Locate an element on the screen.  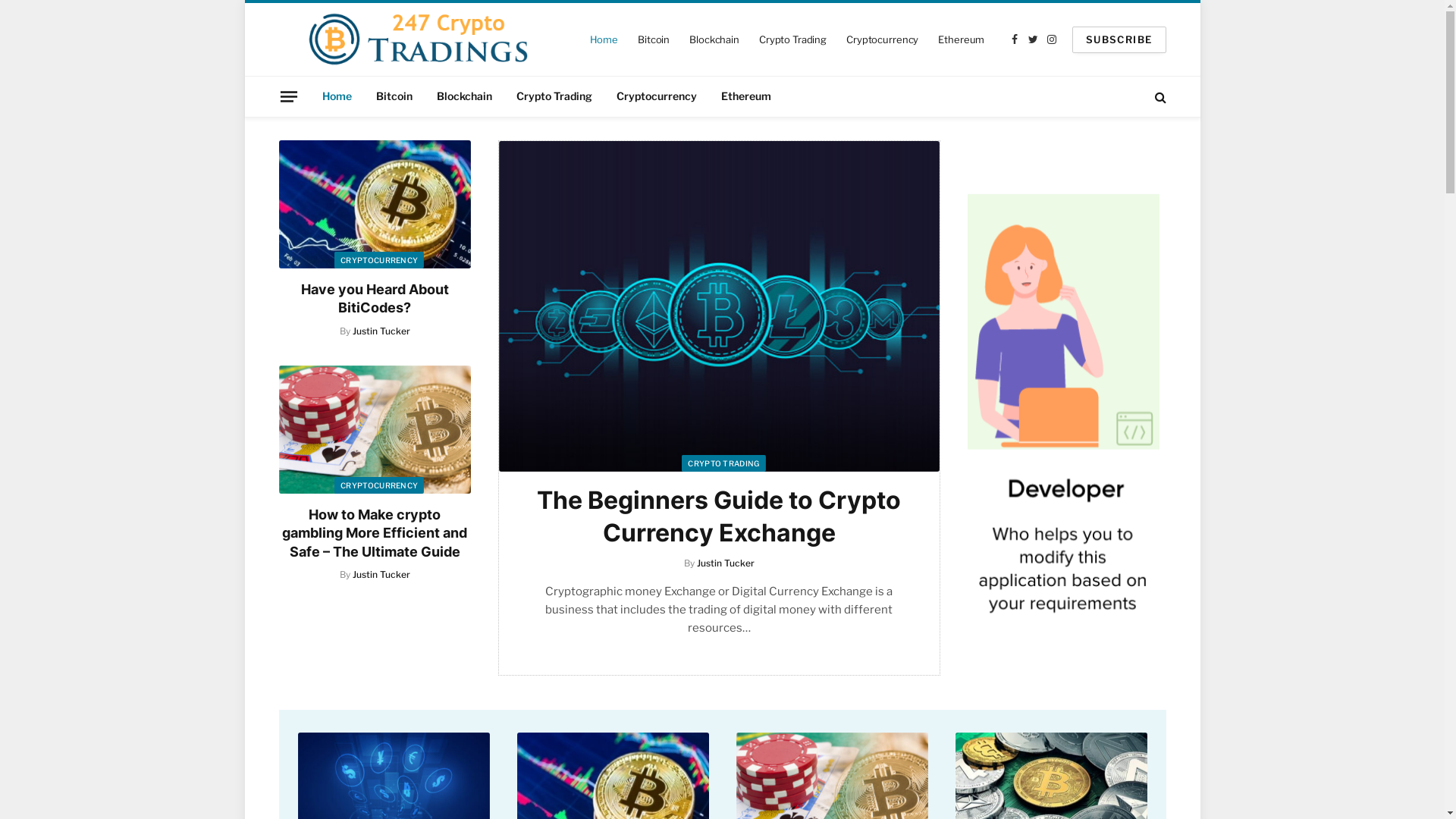
'CRYPTOCURRENCY' is located at coordinates (378, 259).